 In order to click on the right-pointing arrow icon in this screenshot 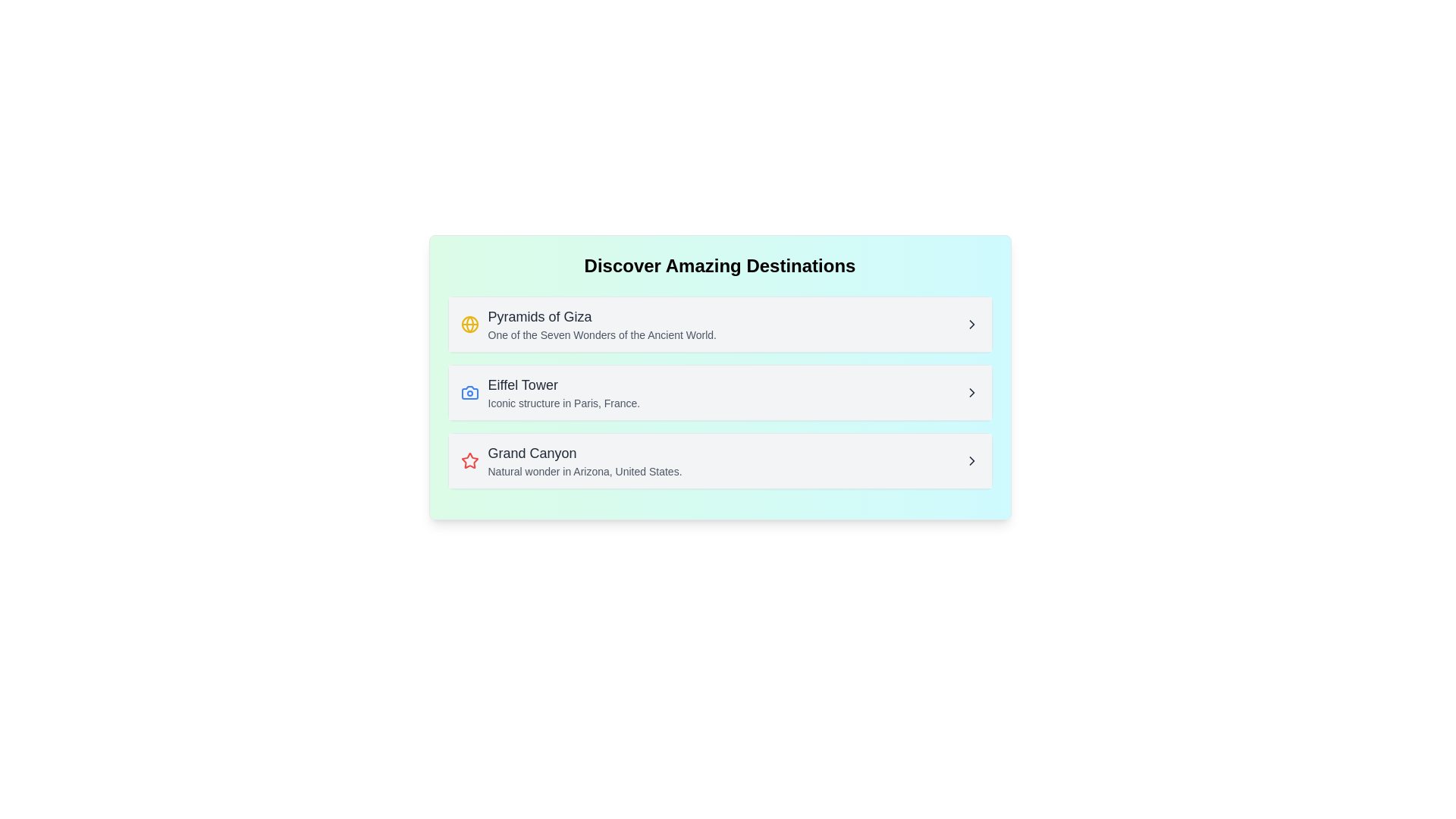, I will do `click(971, 391)`.